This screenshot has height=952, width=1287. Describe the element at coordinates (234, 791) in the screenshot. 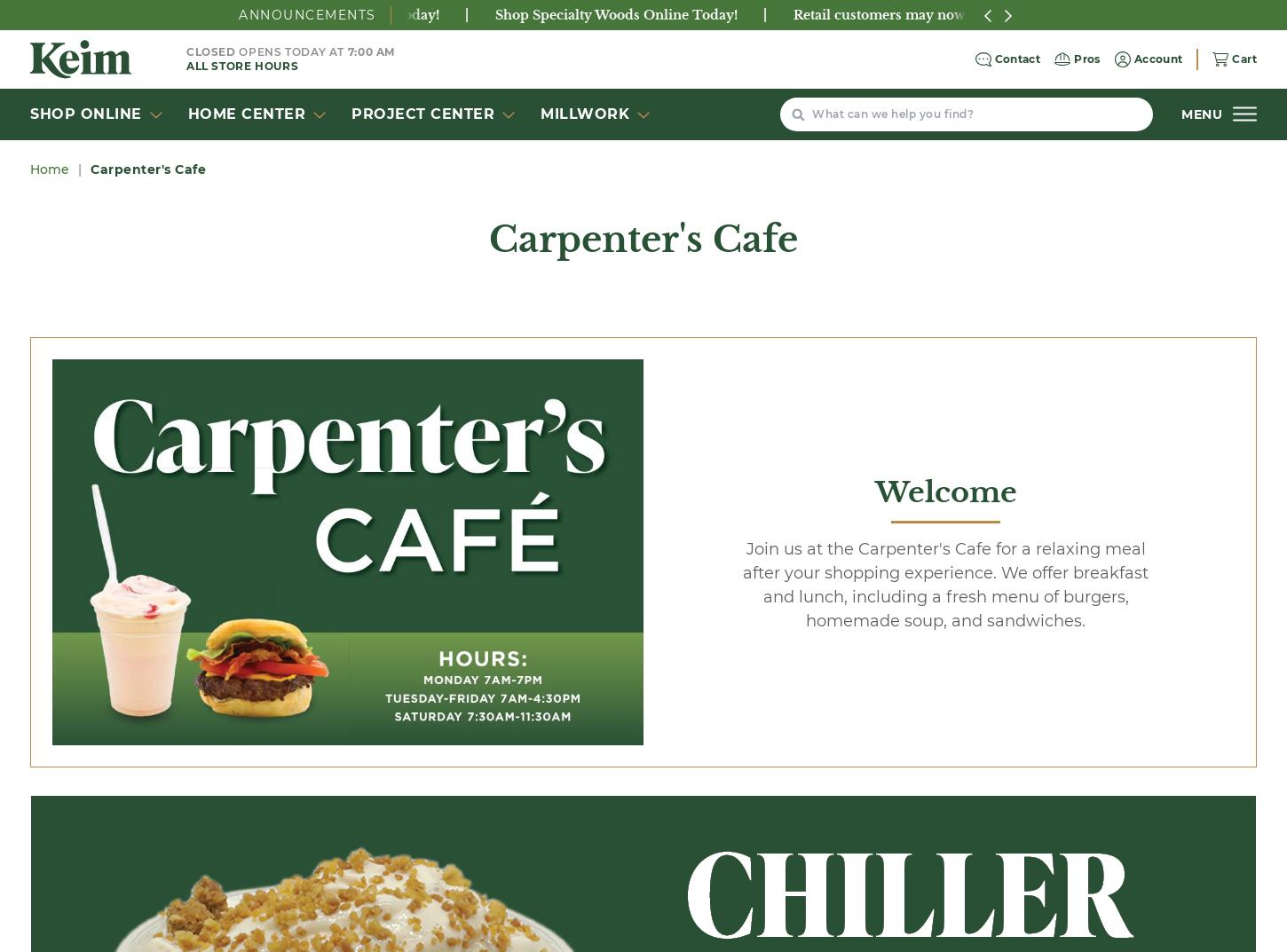

I see `'Latte......................................................... $3.95........ $4.25'` at that location.